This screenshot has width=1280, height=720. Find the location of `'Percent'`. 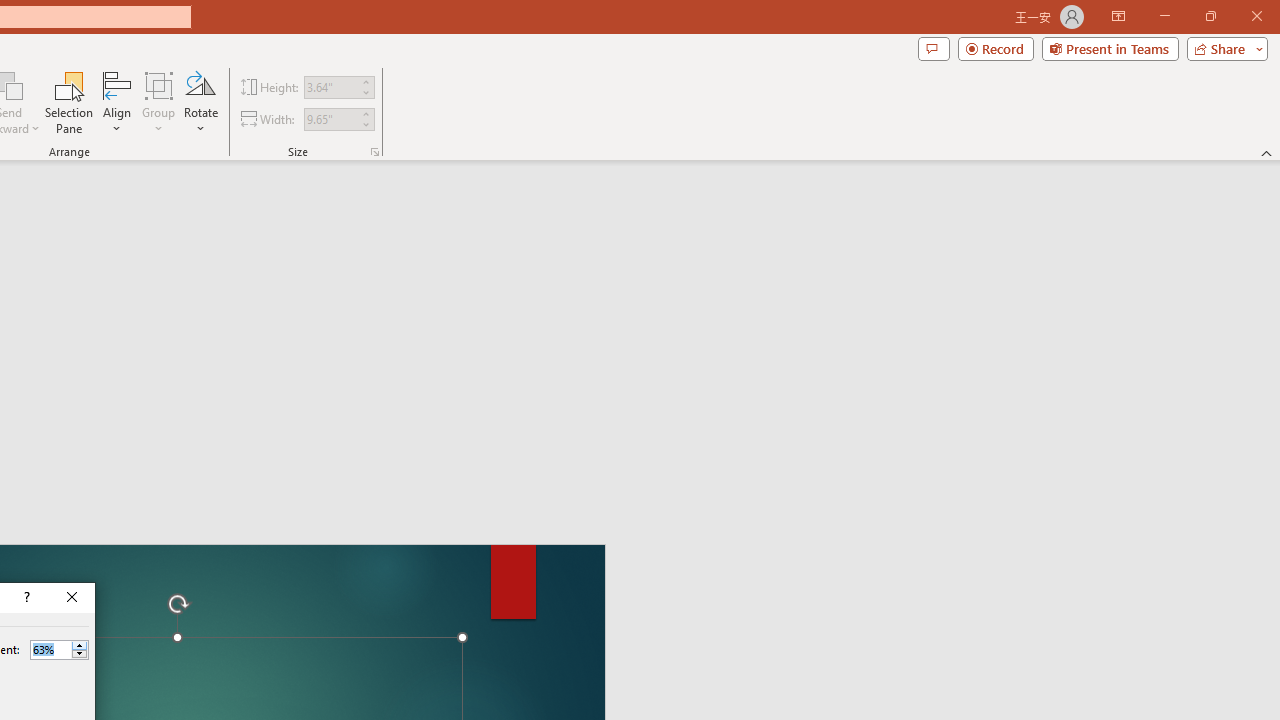

'Percent' is located at coordinates (59, 650).